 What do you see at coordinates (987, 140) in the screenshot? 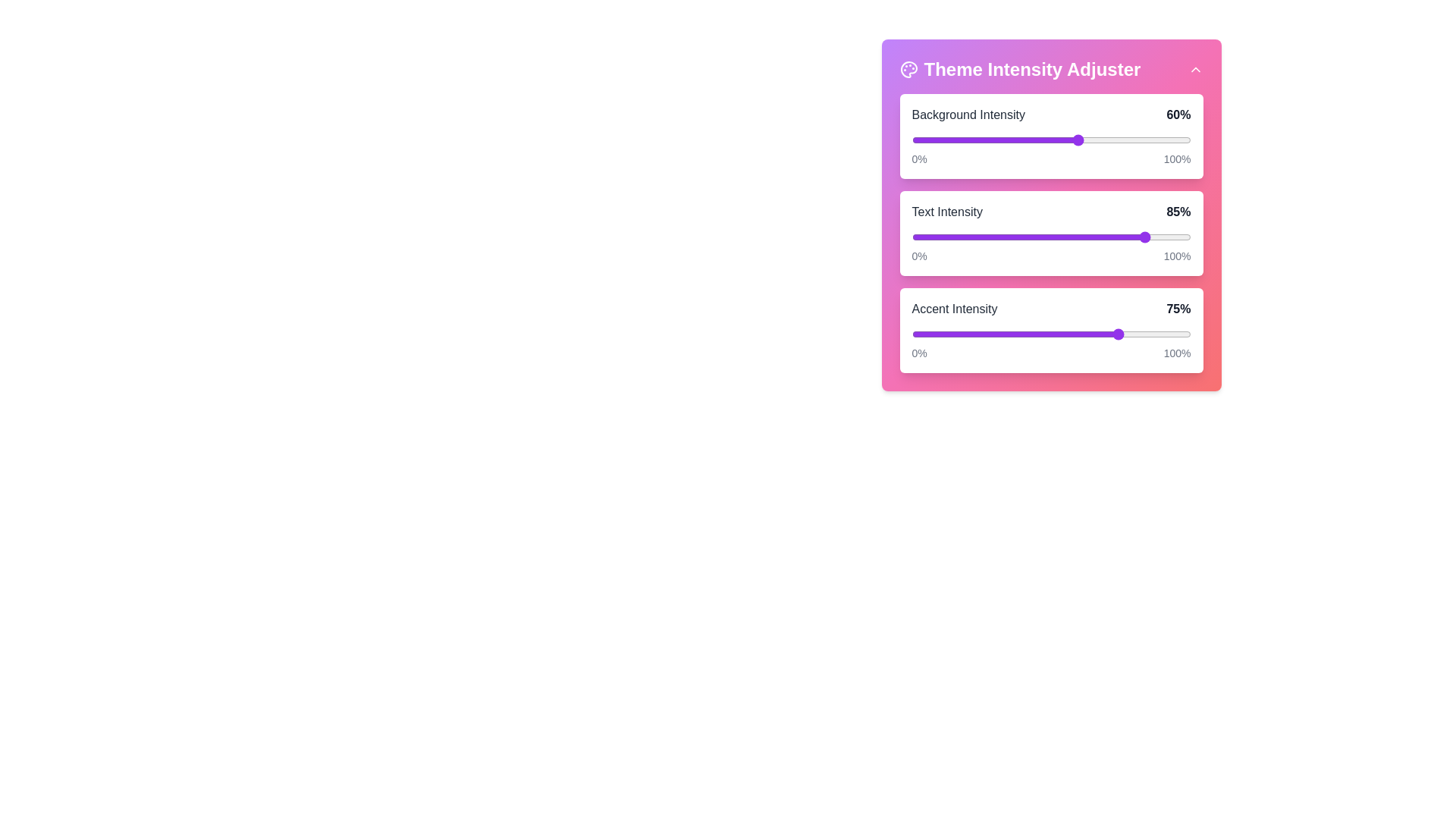
I see `the background intensity` at bounding box center [987, 140].